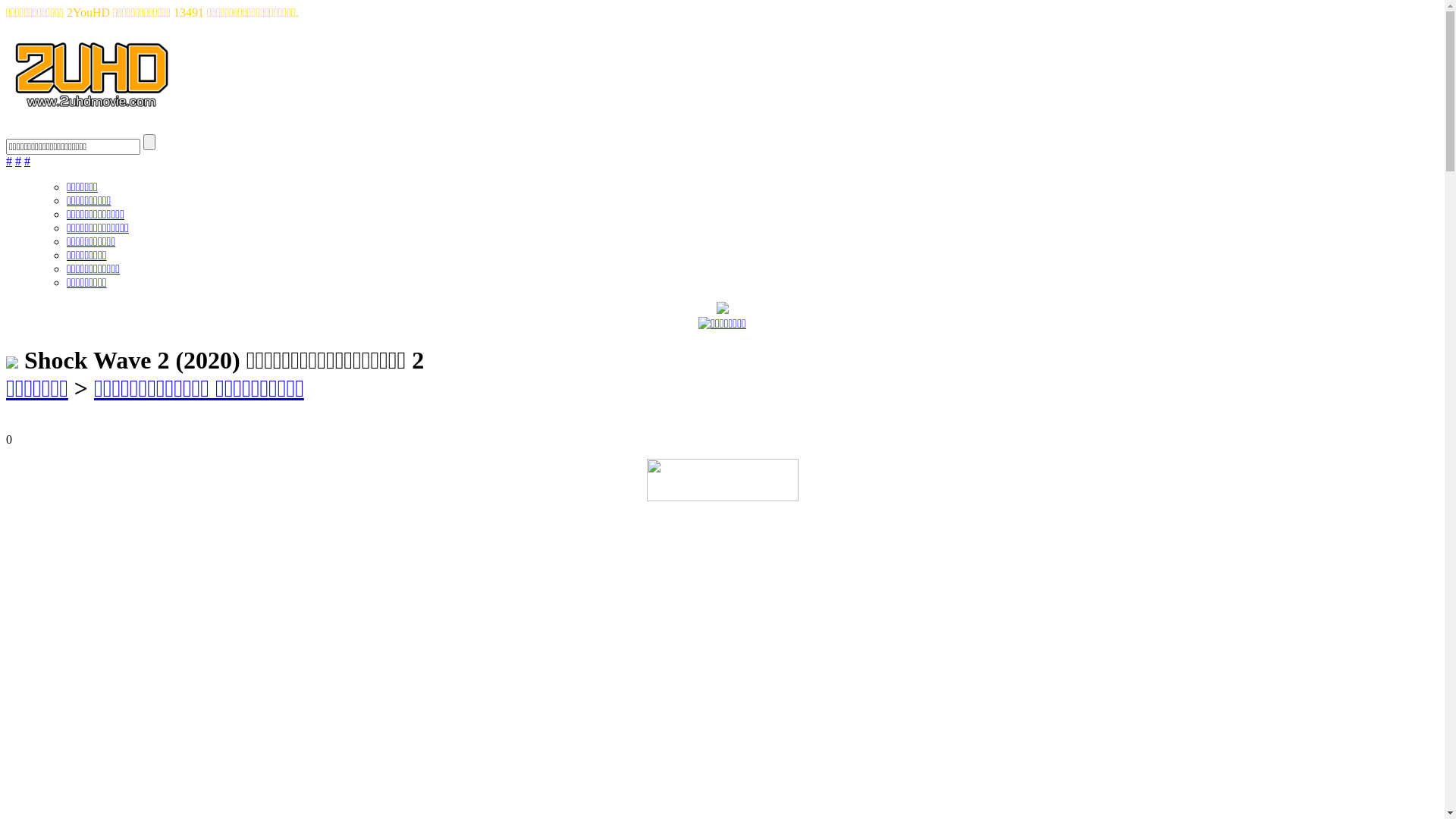  Describe the element at coordinates (24, 161) in the screenshot. I see `'#'` at that location.